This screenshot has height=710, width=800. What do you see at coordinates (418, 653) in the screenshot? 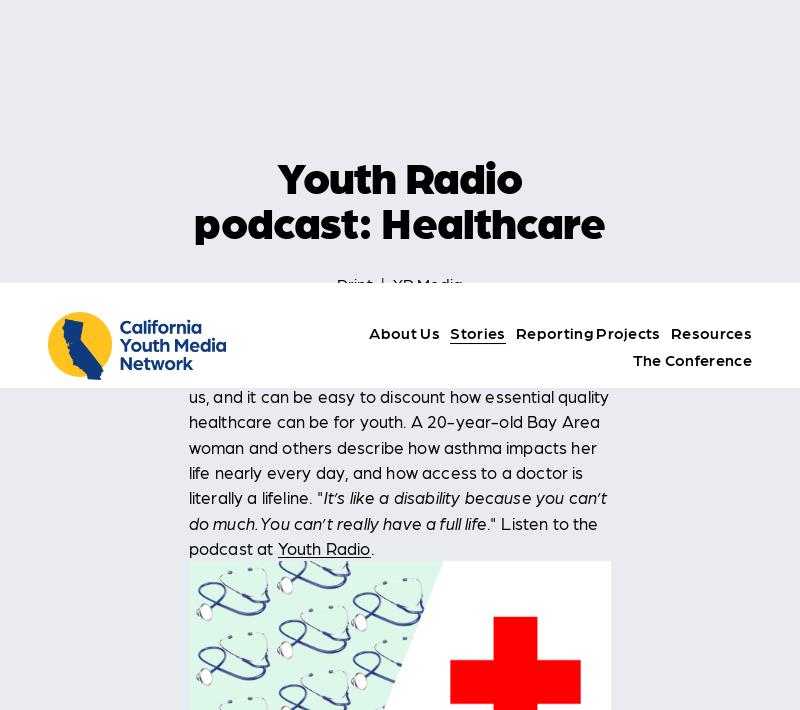
I see `'Yes,'` at bounding box center [418, 653].